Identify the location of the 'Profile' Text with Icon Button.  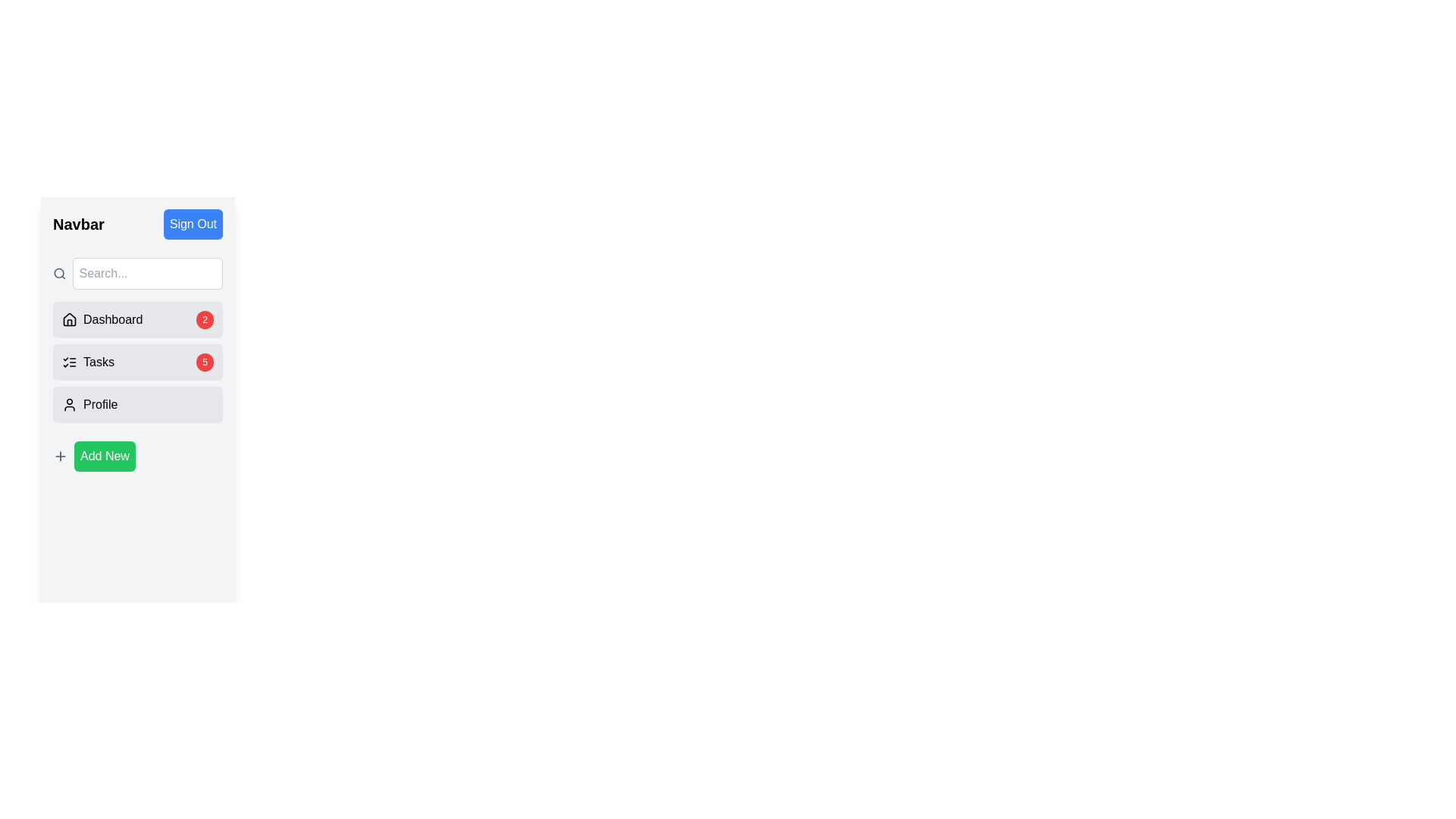
(89, 403).